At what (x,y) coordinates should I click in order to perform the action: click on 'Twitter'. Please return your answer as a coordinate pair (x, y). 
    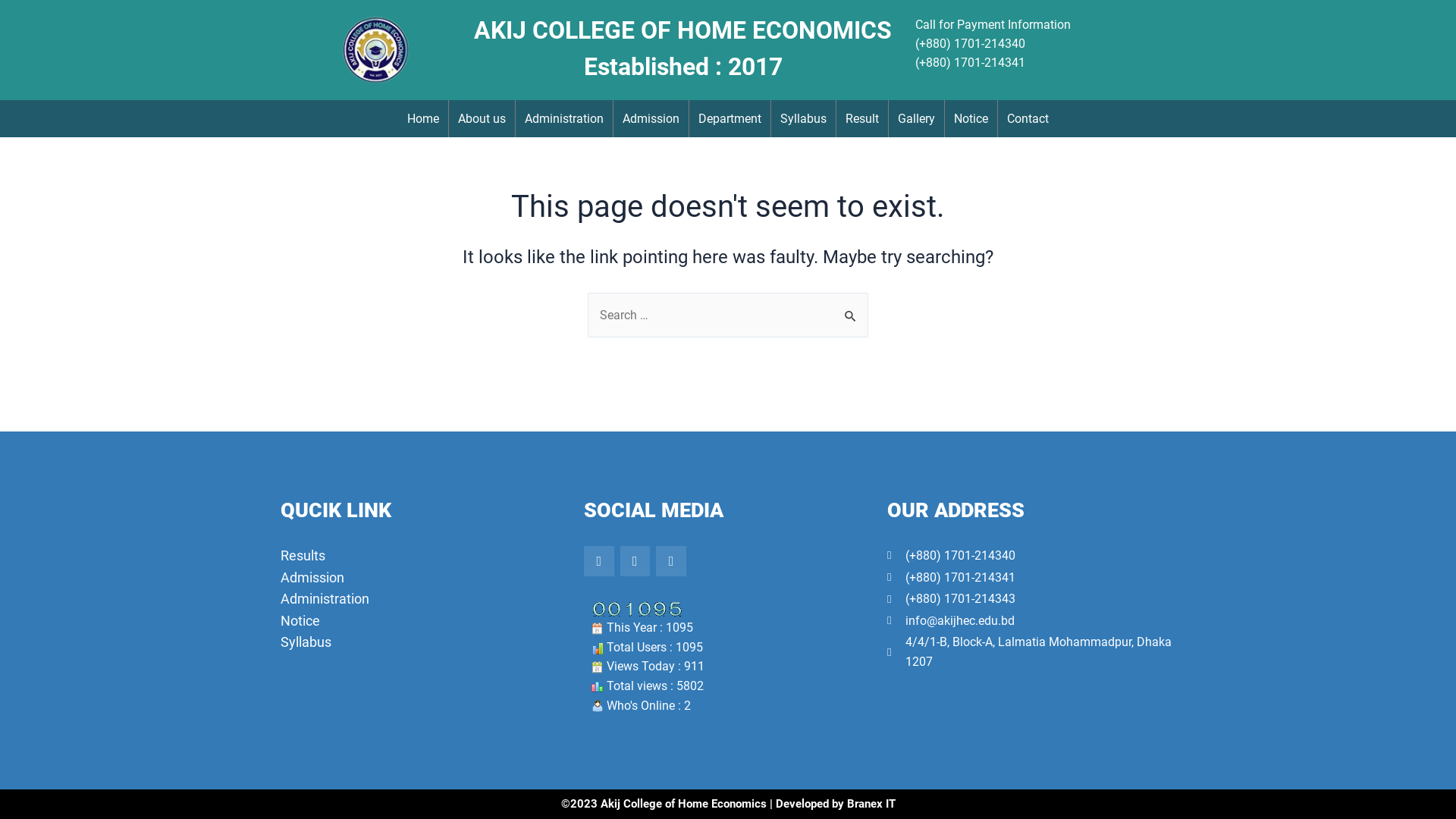
    Looking at the image, I should click on (635, 561).